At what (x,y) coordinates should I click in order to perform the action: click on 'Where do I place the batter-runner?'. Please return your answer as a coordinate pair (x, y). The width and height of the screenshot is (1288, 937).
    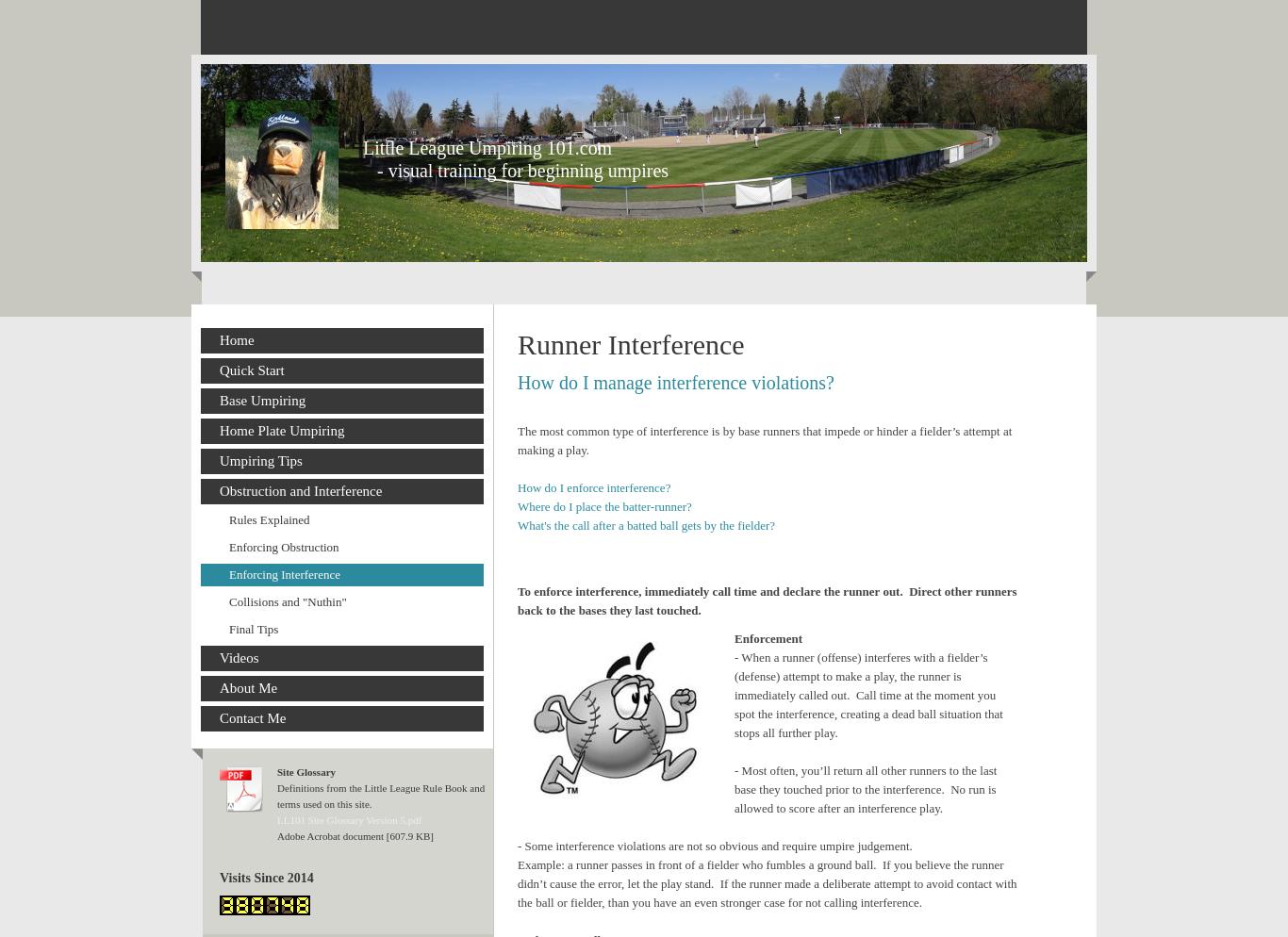
    Looking at the image, I should click on (603, 505).